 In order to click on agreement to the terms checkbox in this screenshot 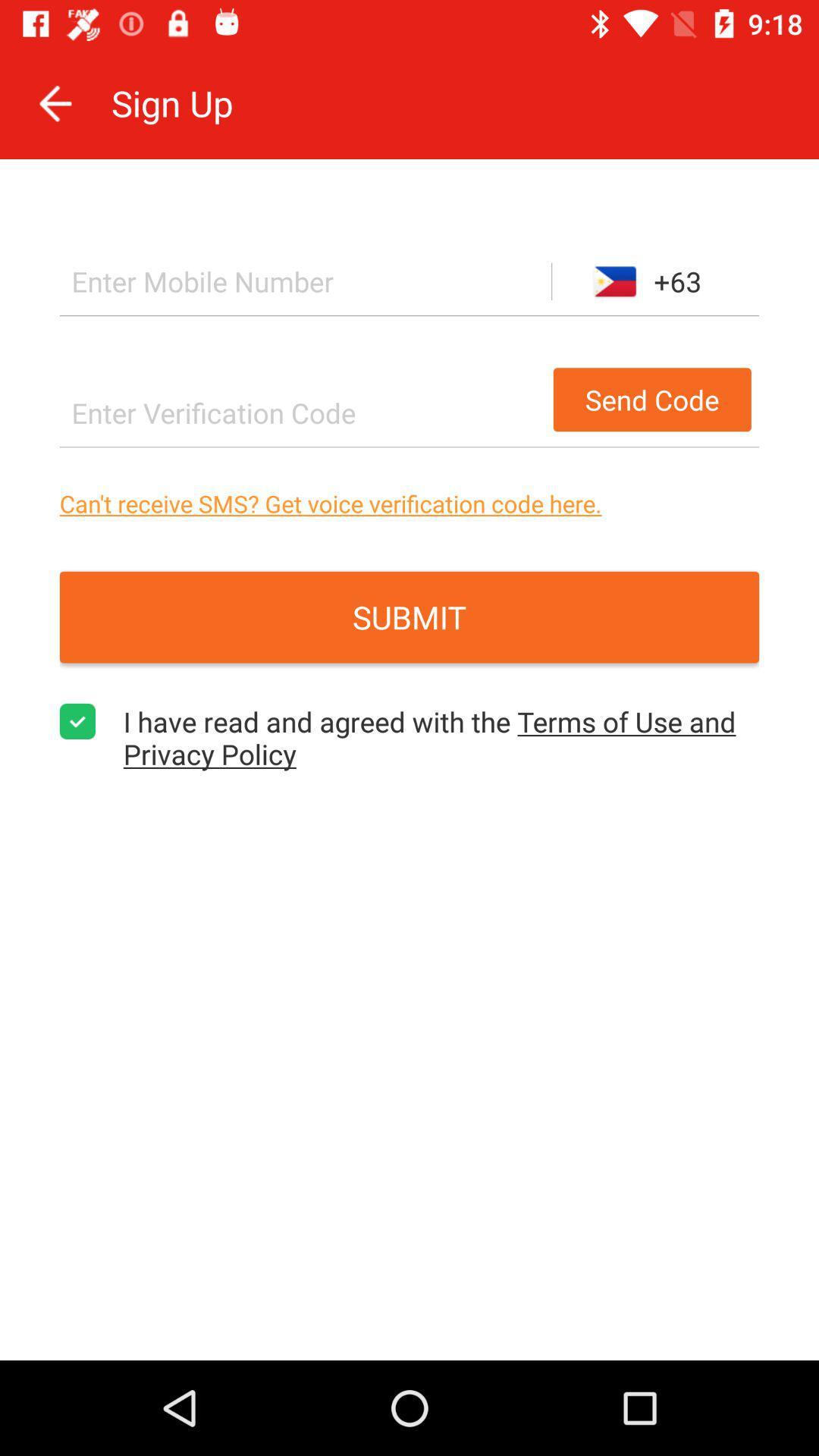, I will do `click(77, 720)`.